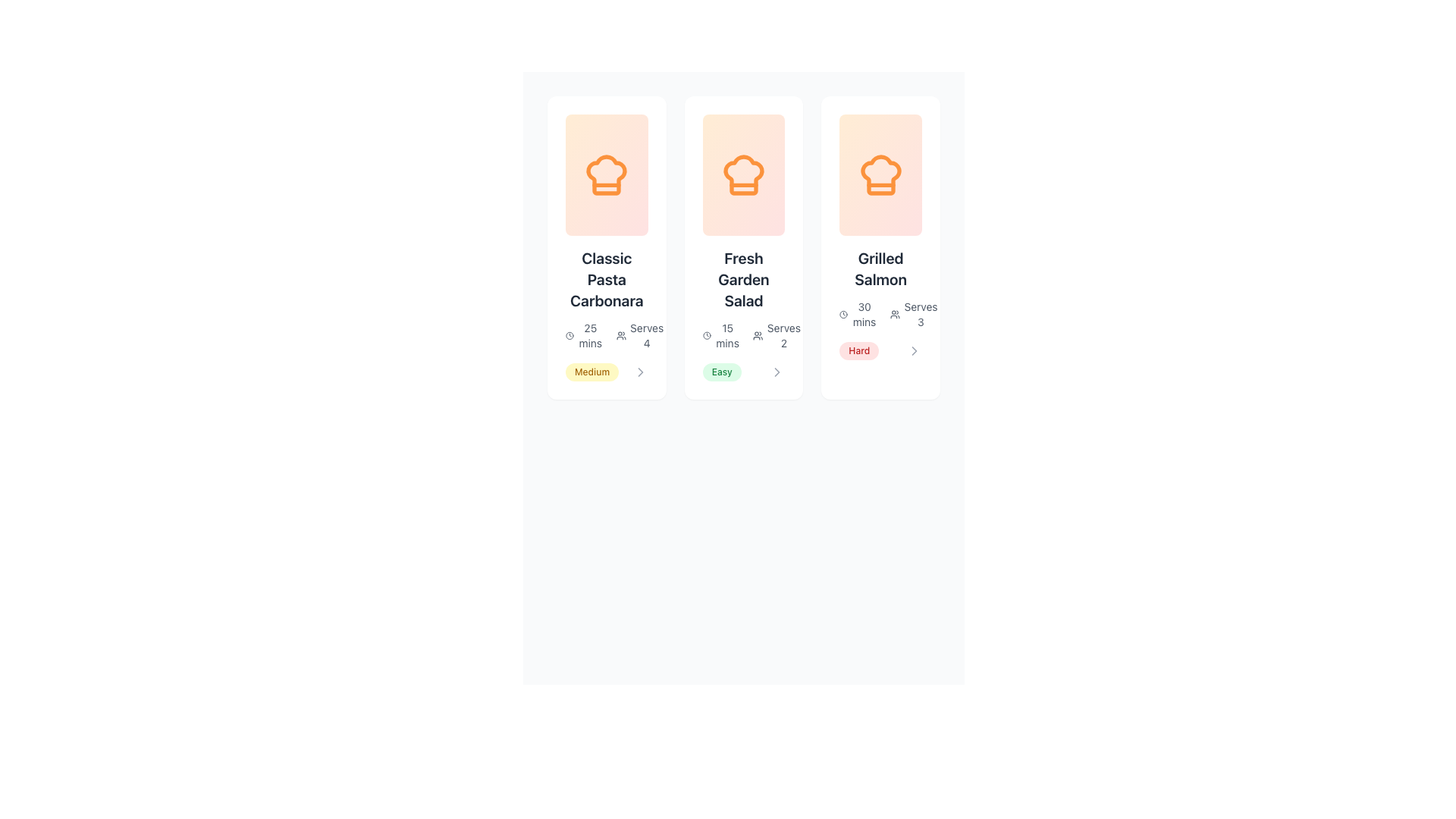 This screenshot has height=819, width=1456. I want to click on the SVG circle element that represents the clock dial in the 'Grilled Salmon' card located in the third column, positioned to the left of the '30 mins' text, so click(843, 314).